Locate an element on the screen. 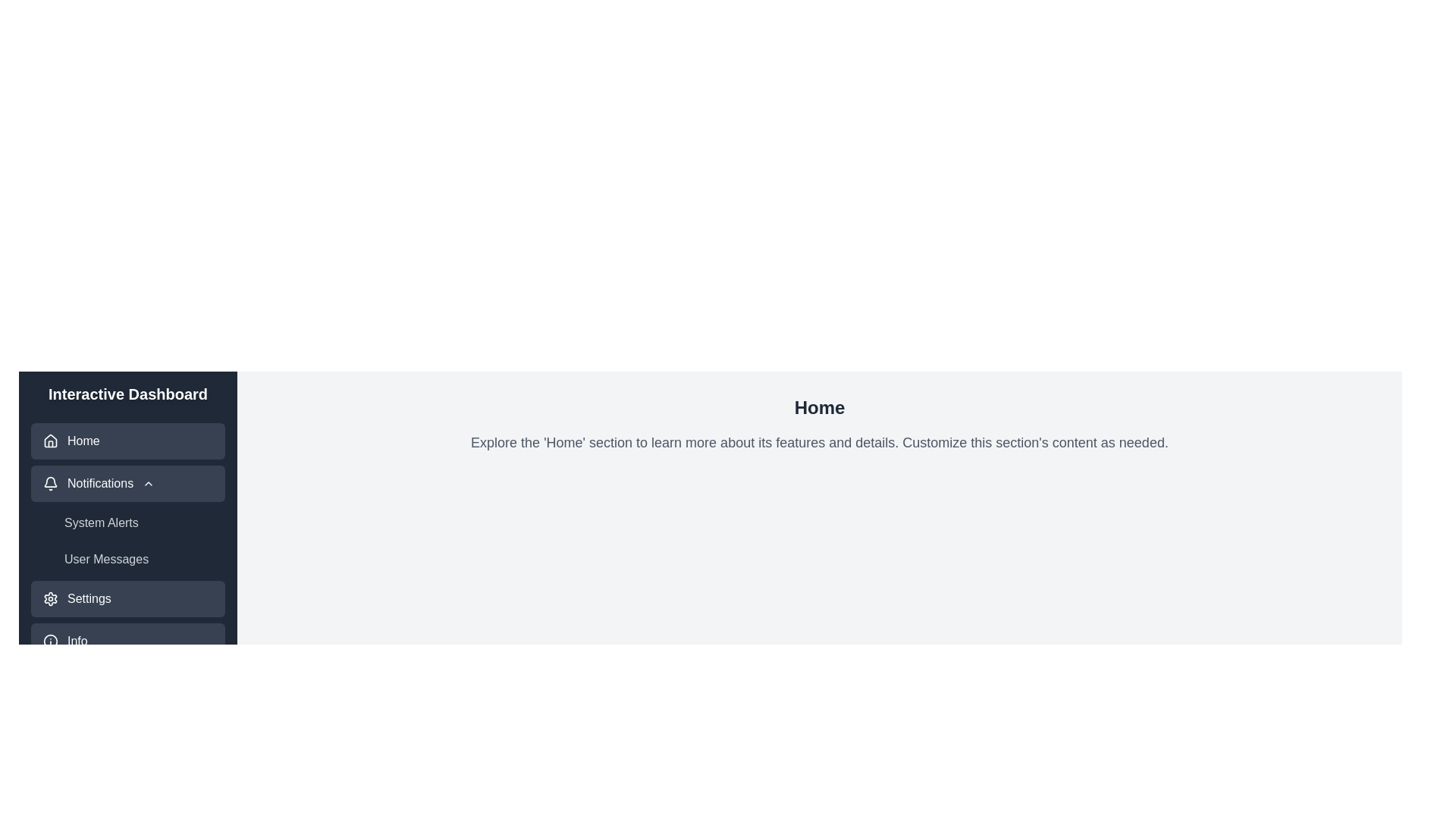 This screenshot has height=819, width=1456. the gear-like settings icon located is located at coordinates (51, 598).